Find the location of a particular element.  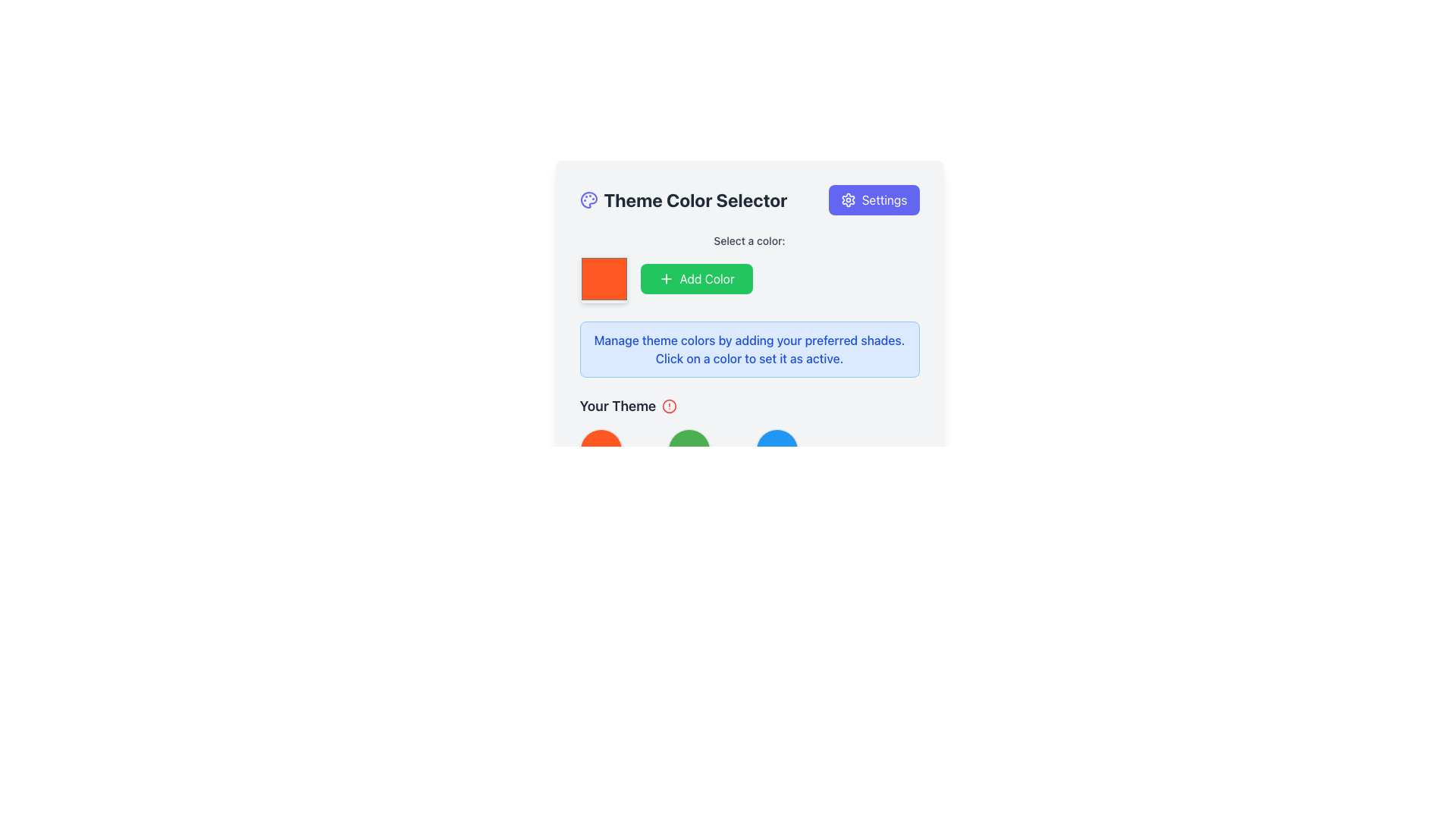

the circular icon button with a green fill color is located at coordinates (688, 450).